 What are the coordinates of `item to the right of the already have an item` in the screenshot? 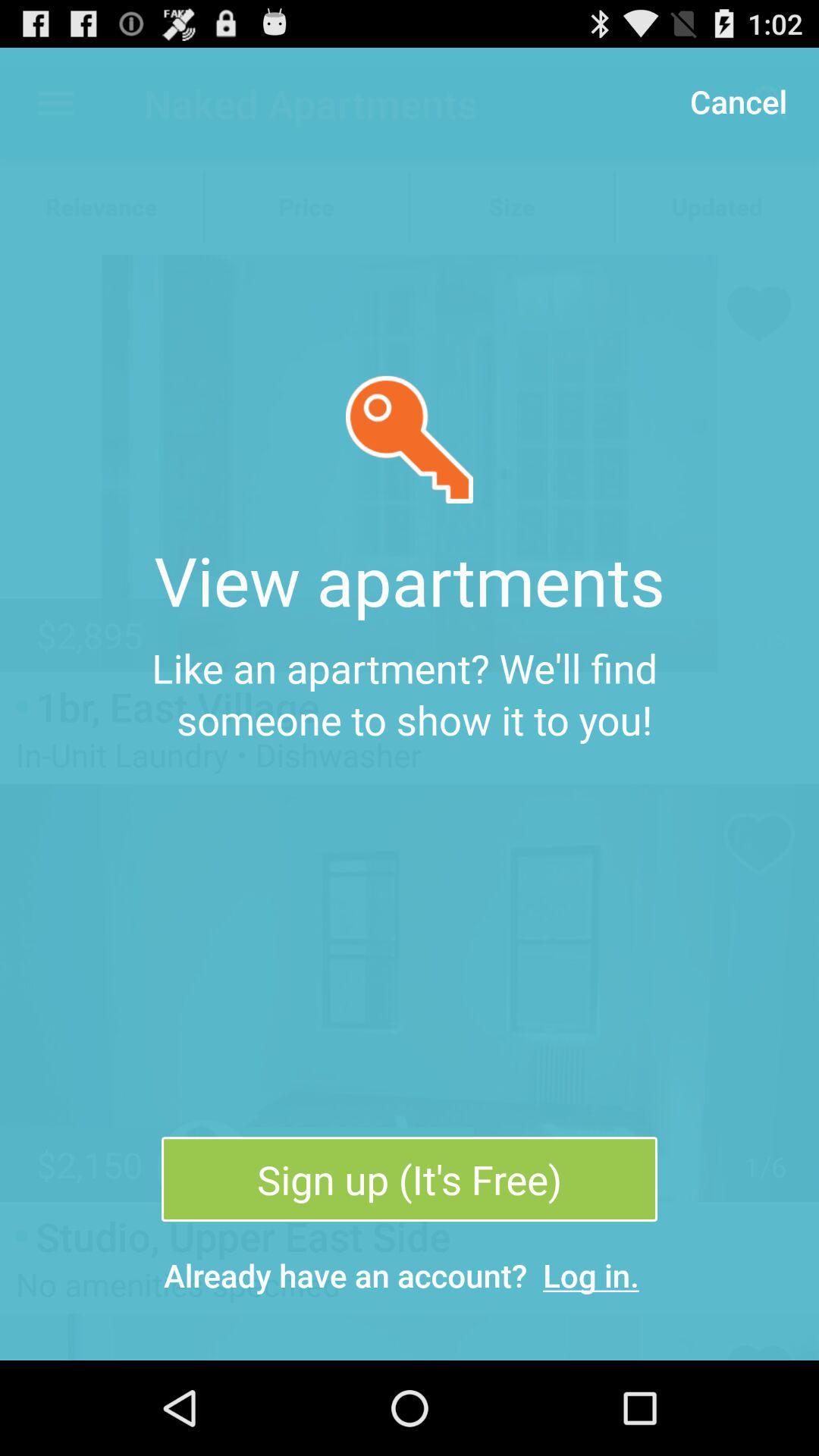 It's located at (590, 1274).